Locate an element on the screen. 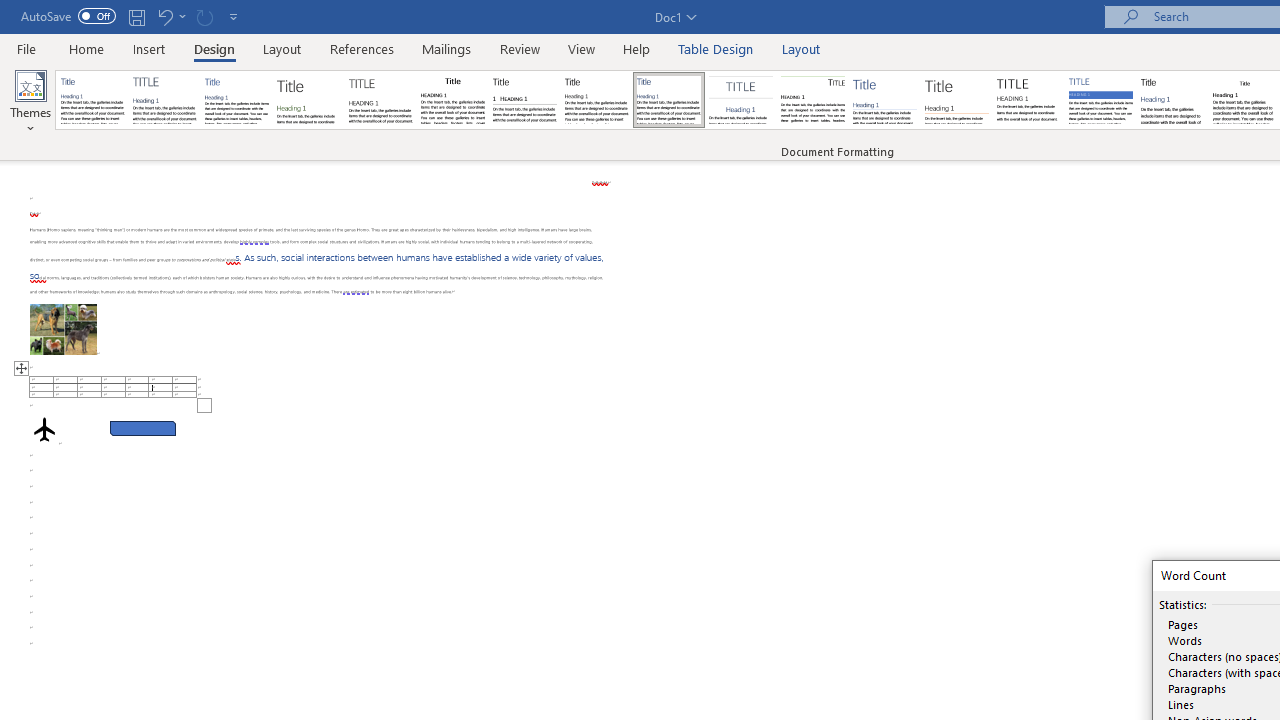 Image resolution: width=1280 pixels, height=720 pixels. 'AutoSave' is located at coordinates (68, 16).